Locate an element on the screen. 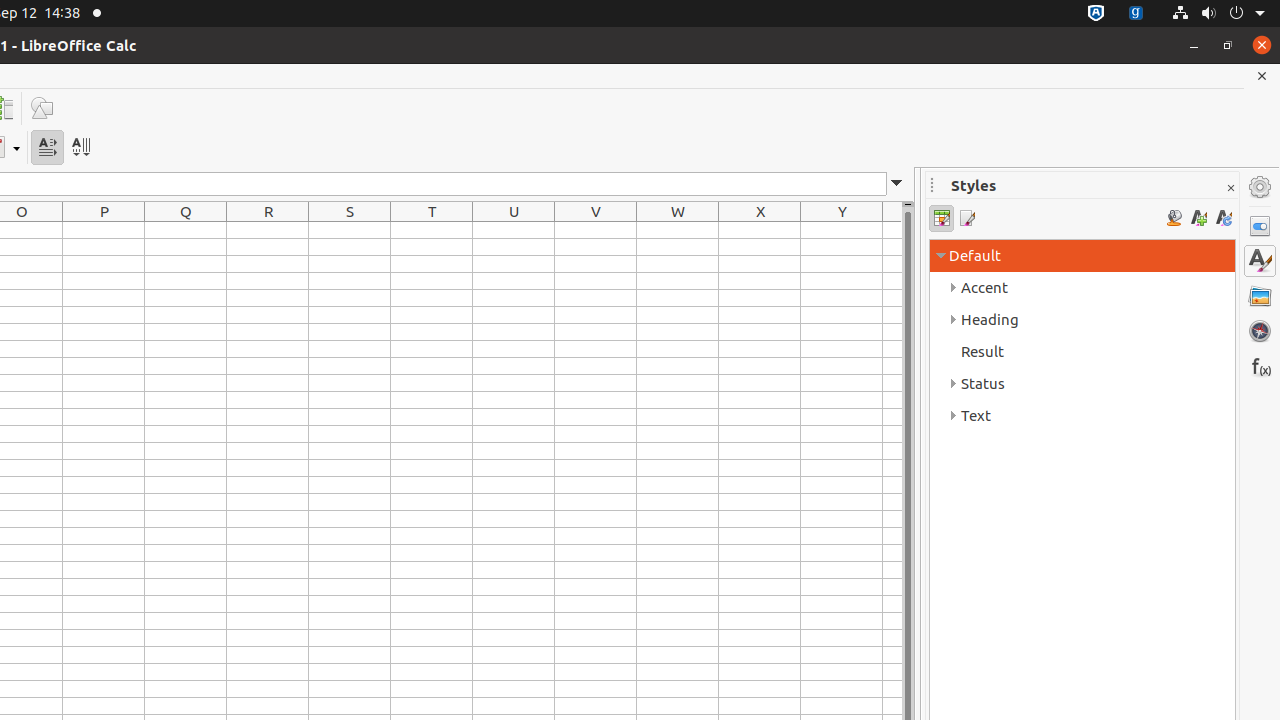 The image size is (1280, 720). 'Y1' is located at coordinates (841, 229).